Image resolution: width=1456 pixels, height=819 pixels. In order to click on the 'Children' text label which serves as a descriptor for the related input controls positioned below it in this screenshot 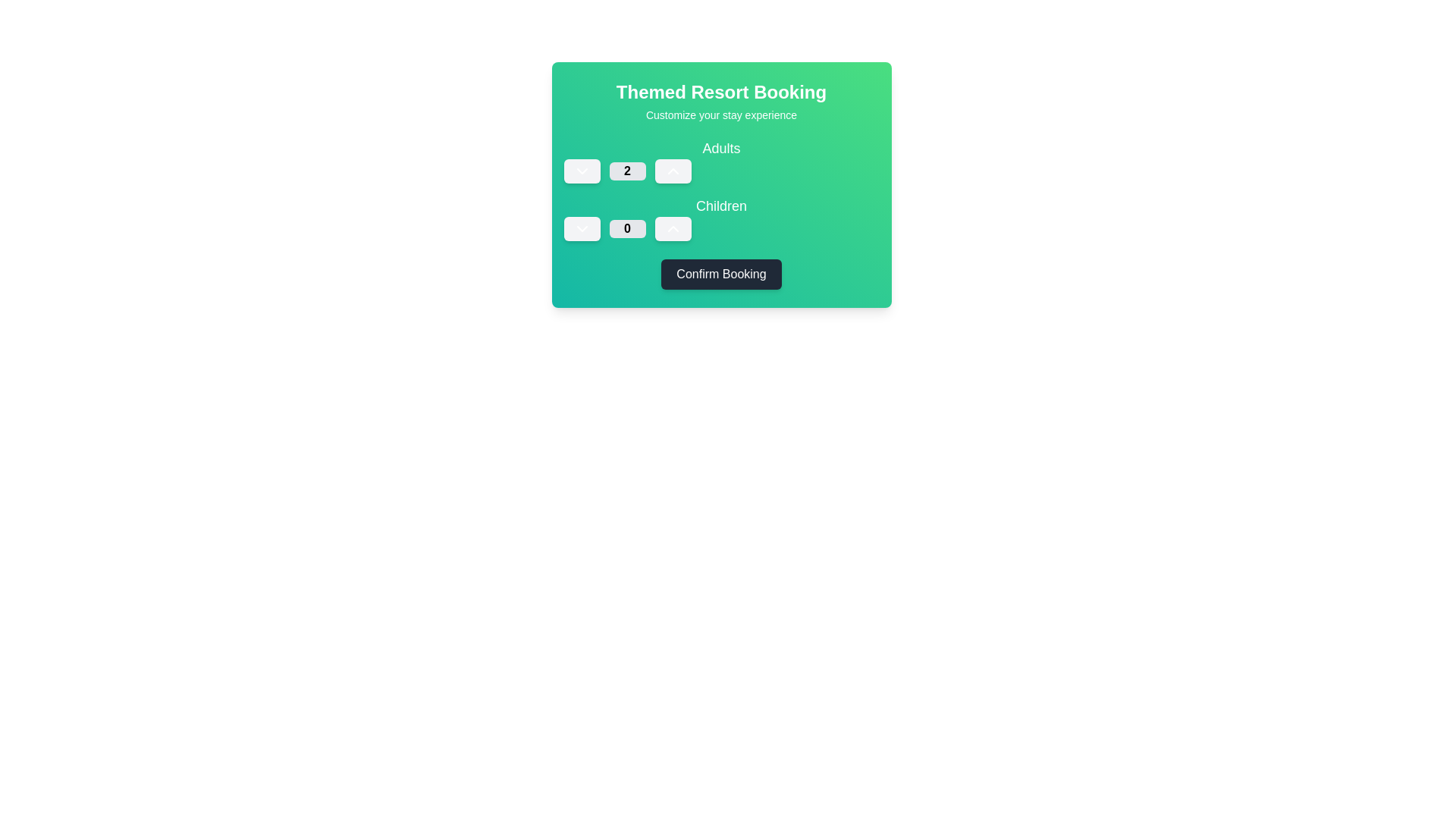, I will do `click(720, 206)`.